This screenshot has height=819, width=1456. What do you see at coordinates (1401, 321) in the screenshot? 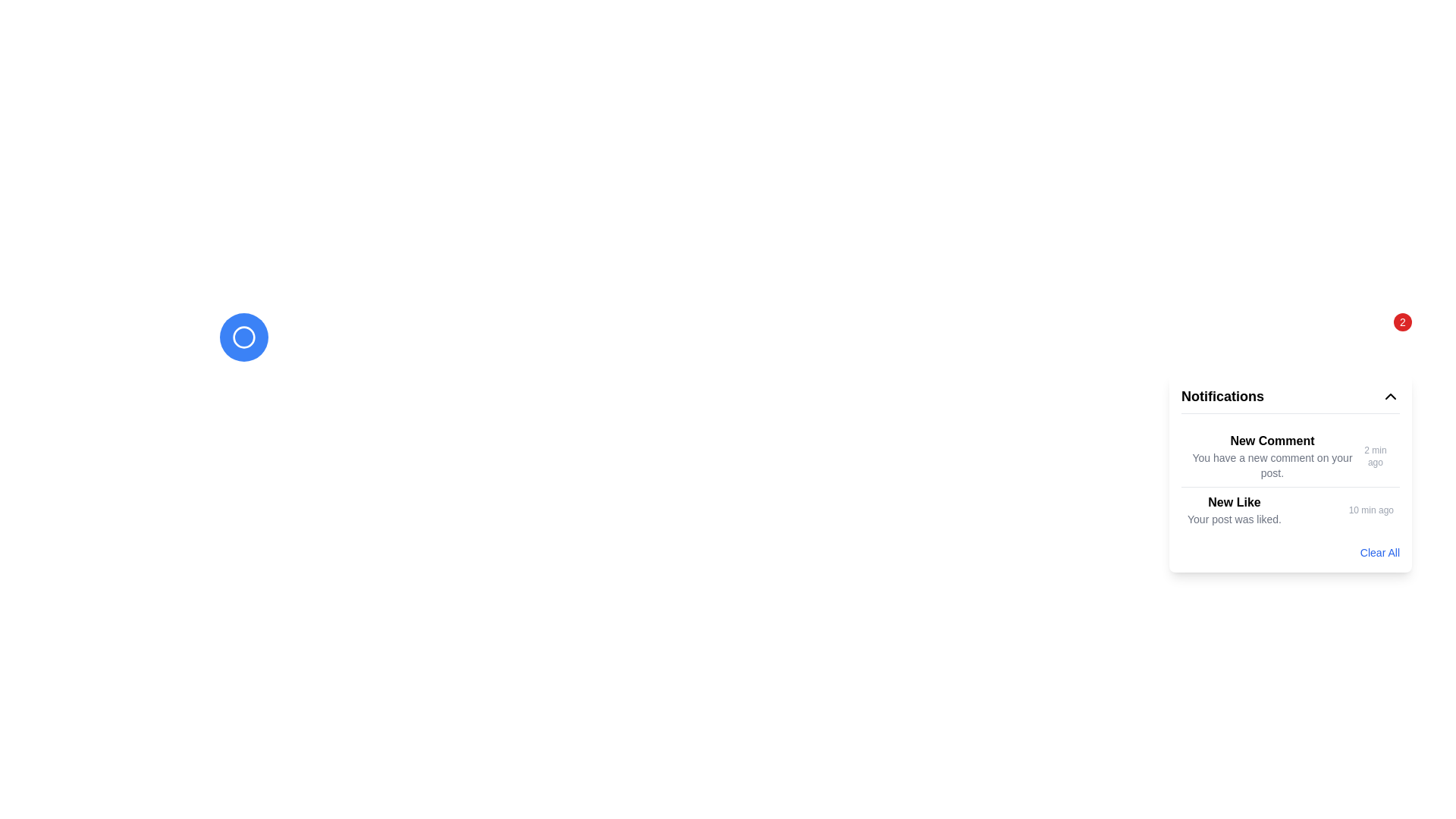
I see `the Notification Badge located at the top-right corner of the notification panel, which indicates two unread notifications` at bounding box center [1401, 321].